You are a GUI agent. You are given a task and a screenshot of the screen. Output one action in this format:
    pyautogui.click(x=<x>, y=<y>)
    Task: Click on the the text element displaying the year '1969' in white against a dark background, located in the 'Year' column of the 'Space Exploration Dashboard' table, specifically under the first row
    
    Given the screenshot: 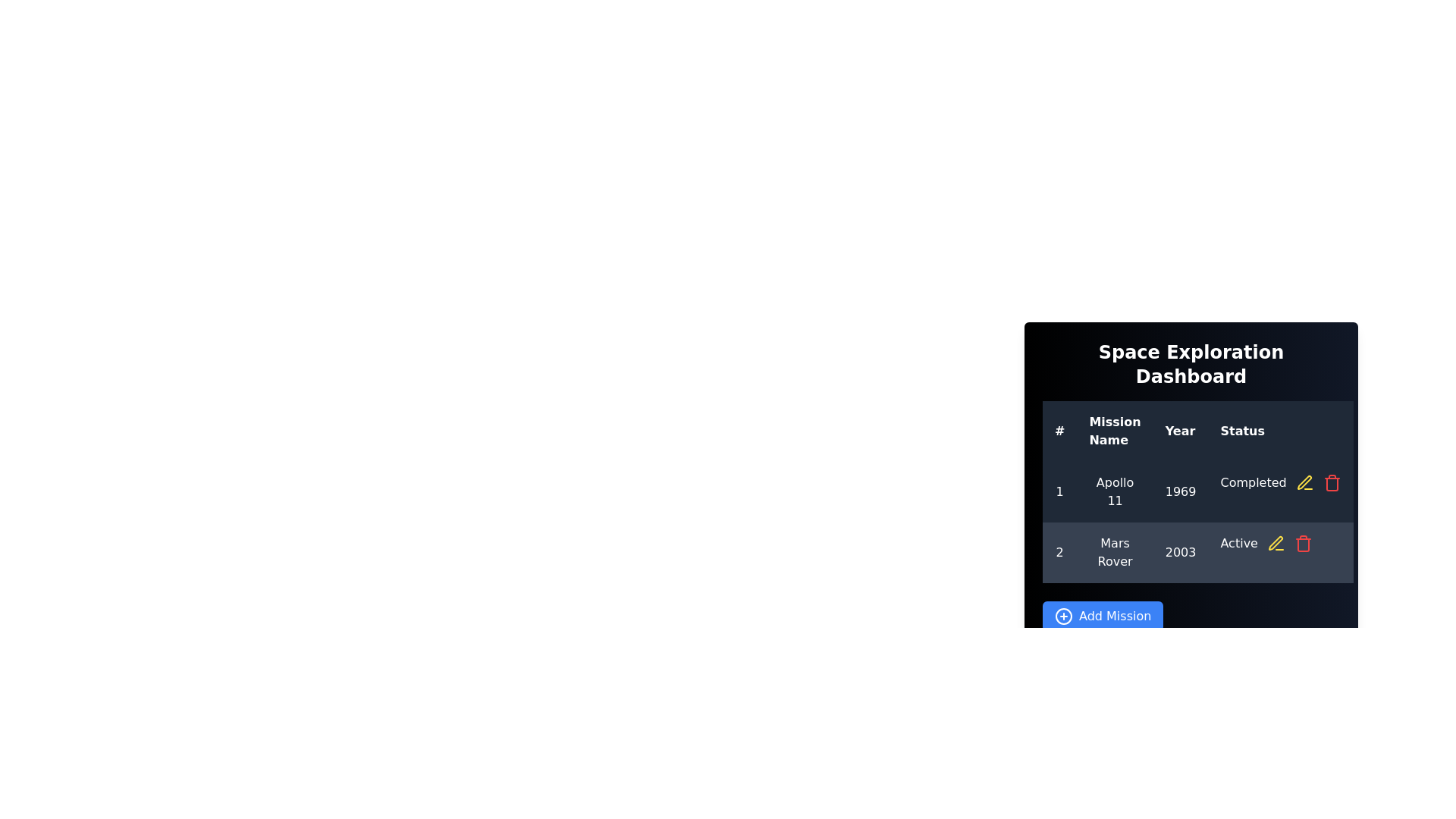 What is the action you would take?
    pyautogui.click(x=1180, y=491)
    